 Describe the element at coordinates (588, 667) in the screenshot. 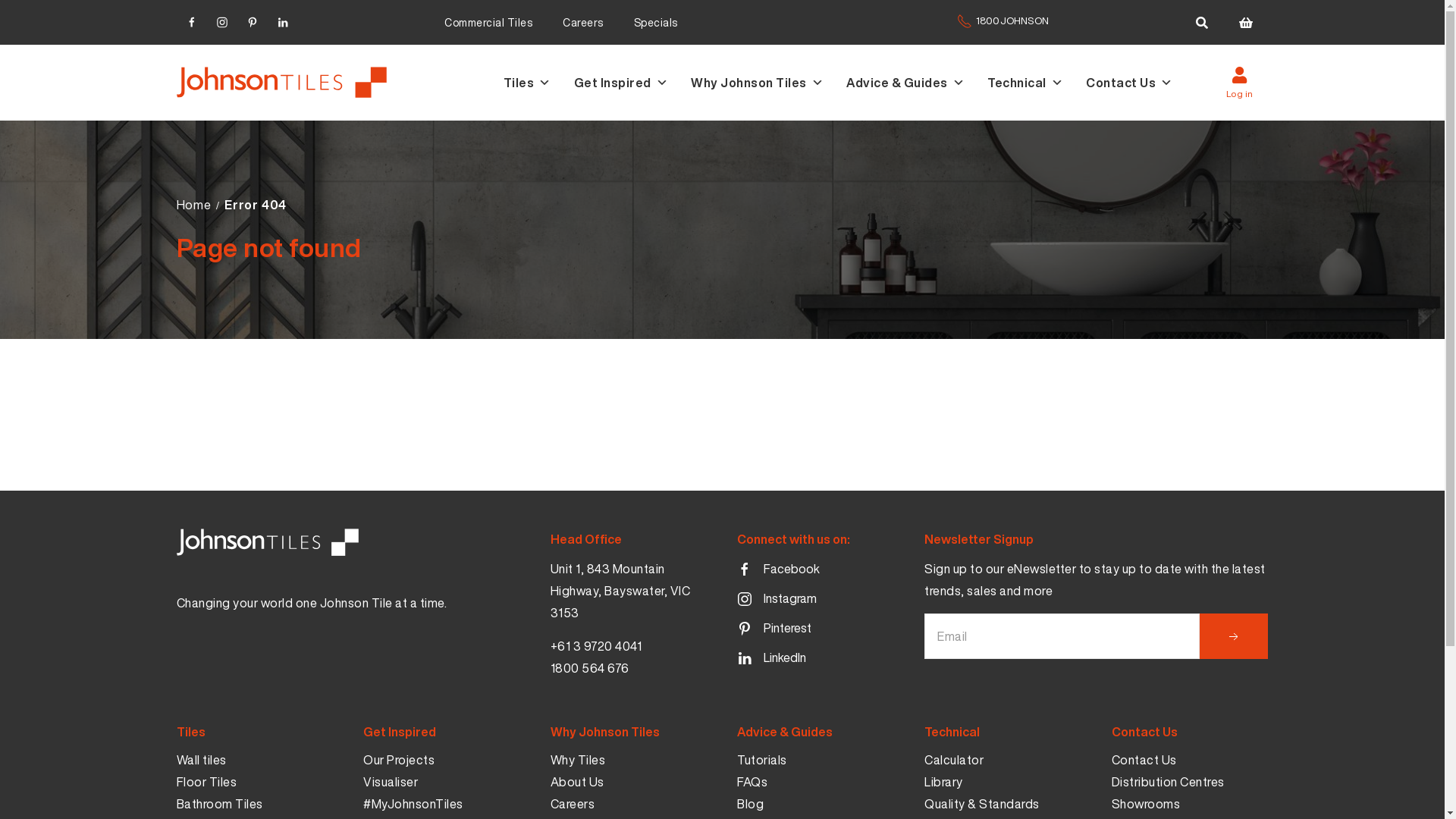

I see `'1800 564 676'` at that location.